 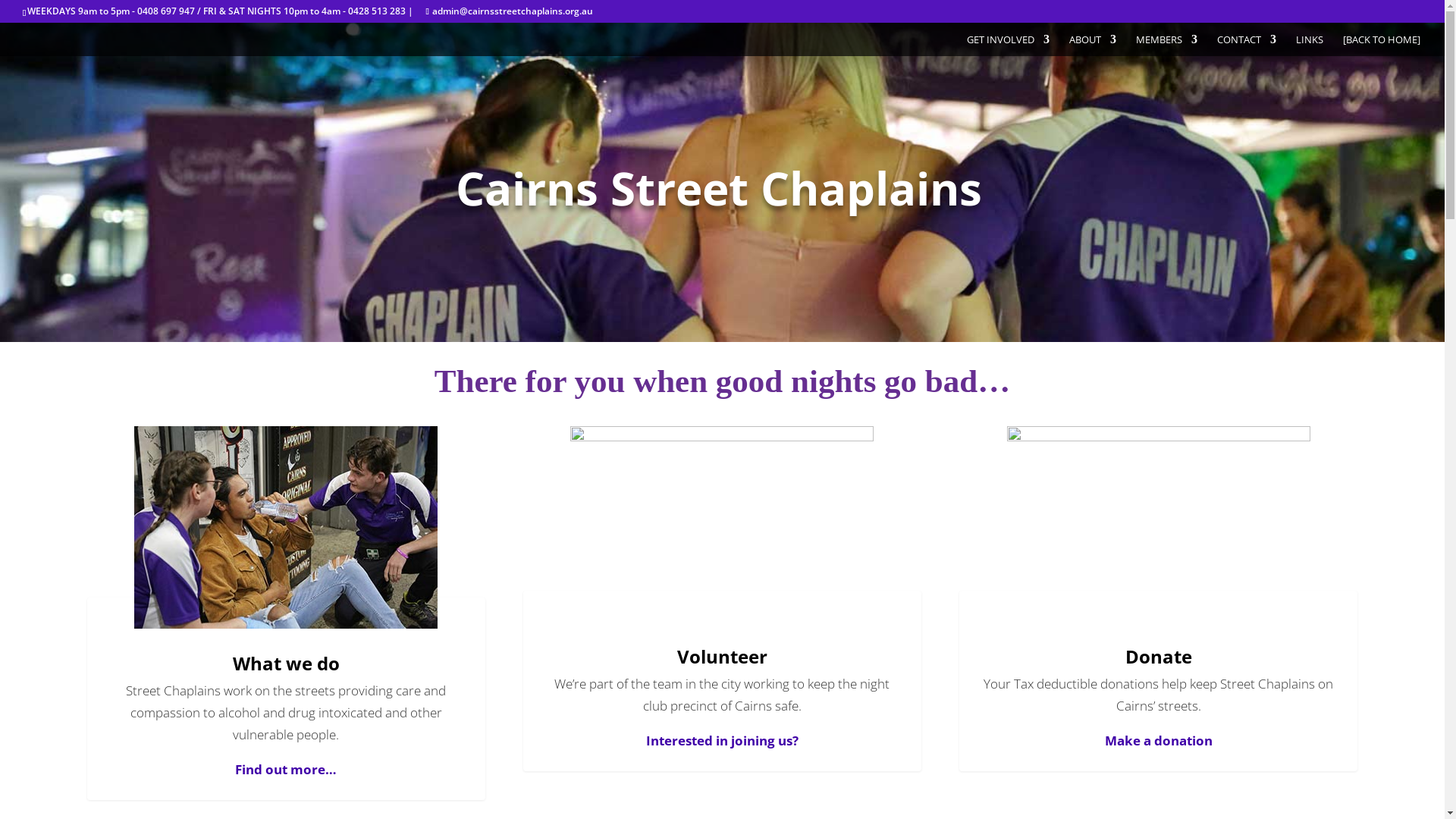 I want to click on 'ABOUT', so click(x=1068, y=44).